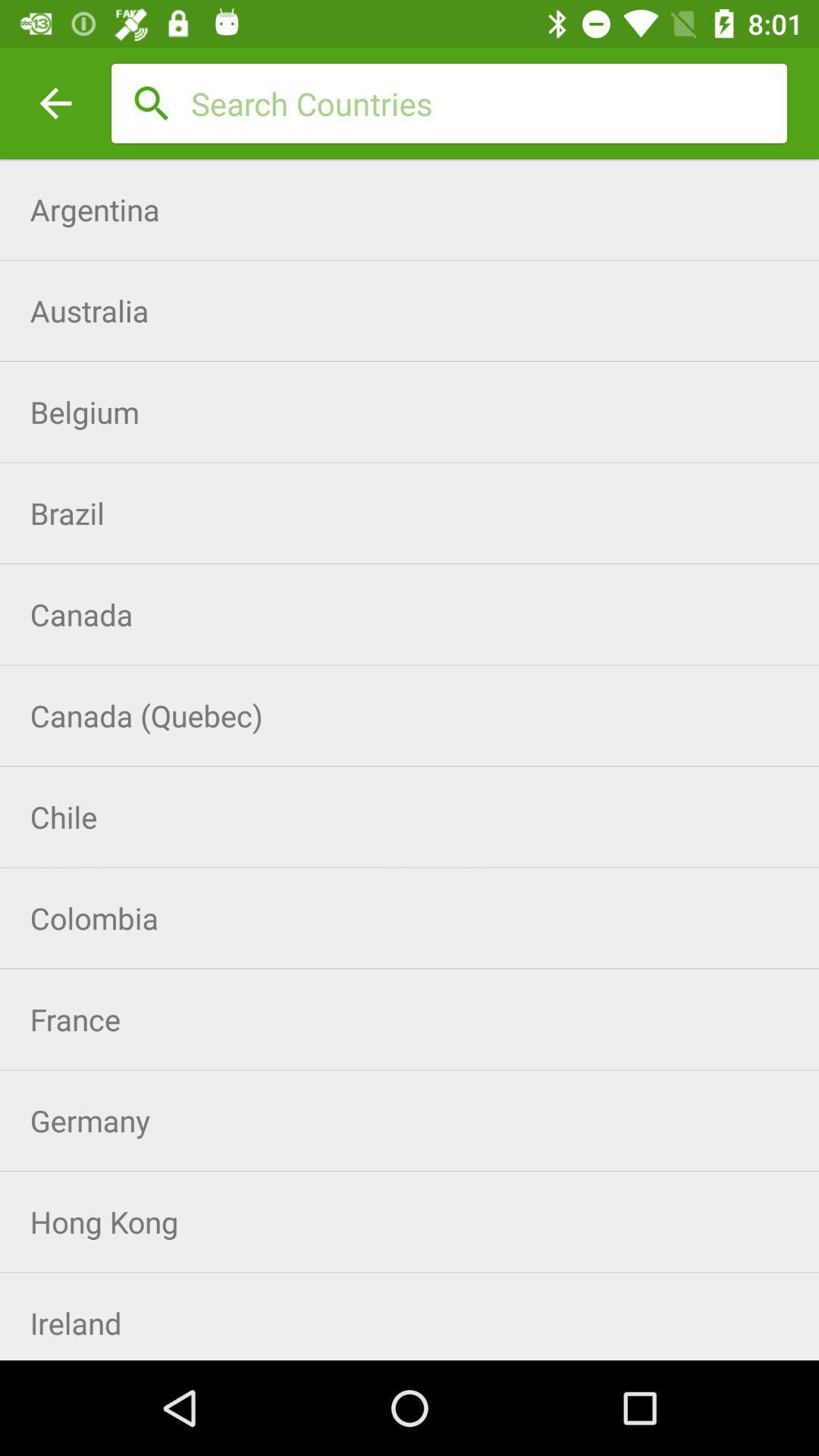 Image resolution: width=819 pixels, height=1456 pixels. Describe the element at coordinates (409, 1120) in the screenshot. I see `icon below the france` at that location.